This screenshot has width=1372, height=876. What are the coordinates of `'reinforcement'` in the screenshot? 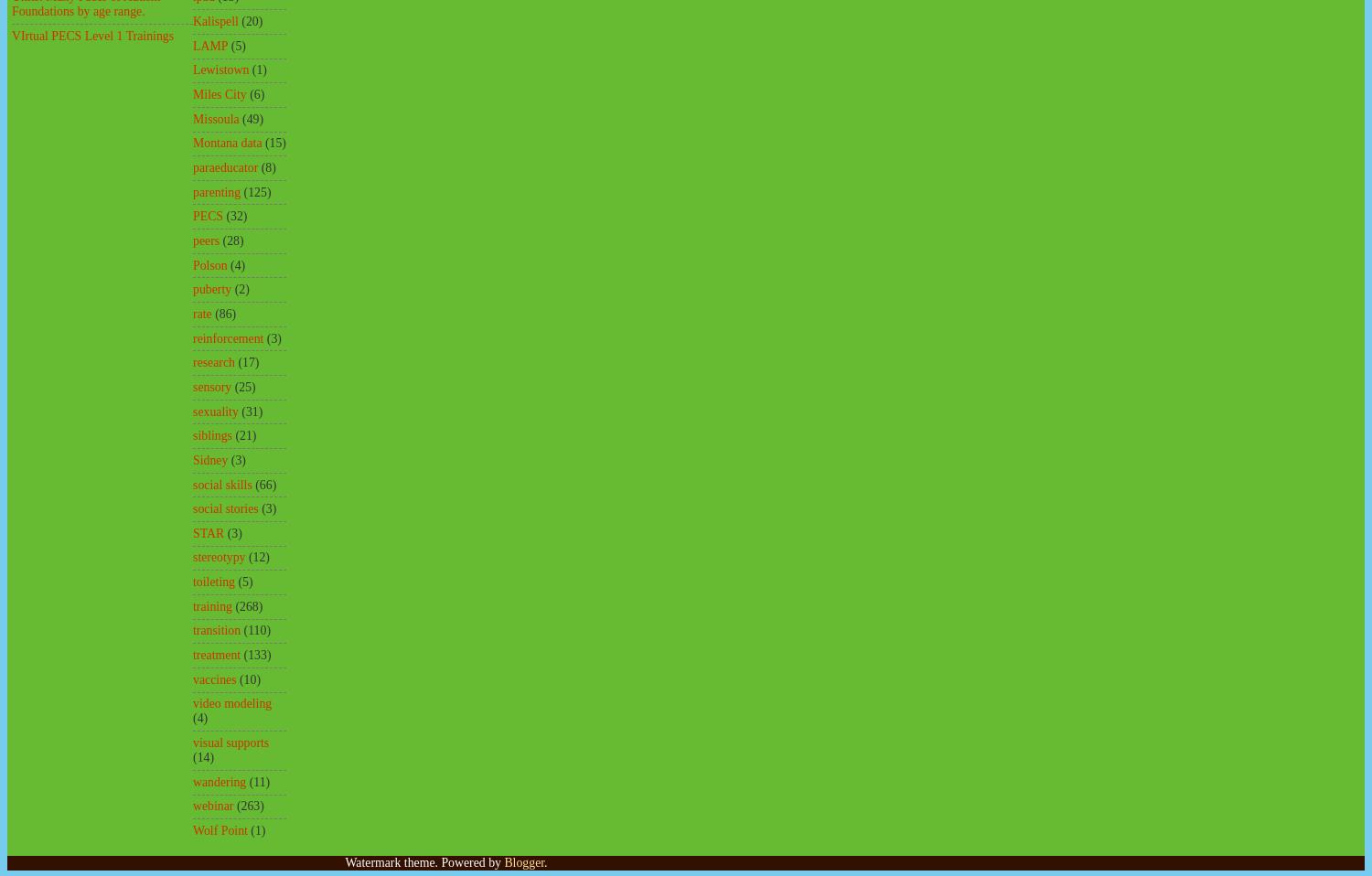 It's located at (227, 337).